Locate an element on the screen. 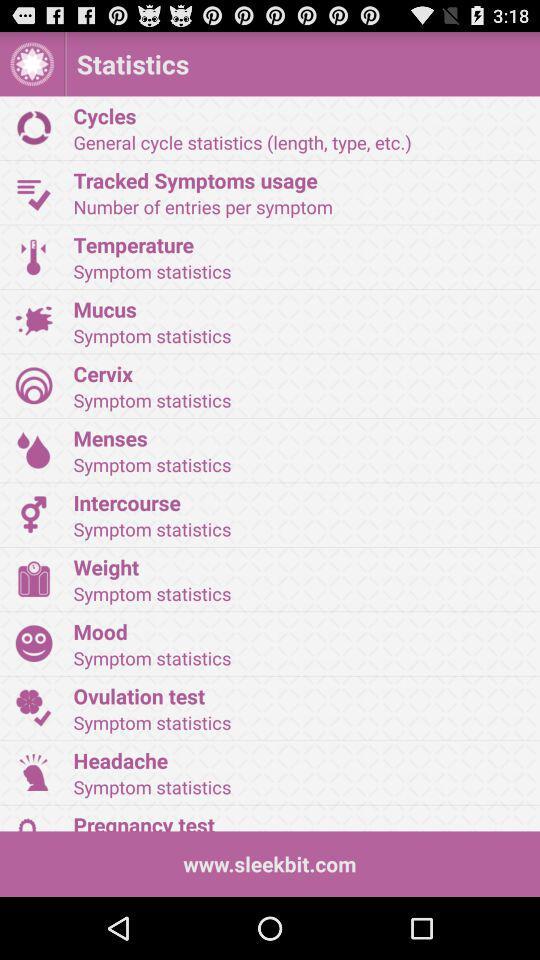 The width and height of the screenshot is (540, 960). icon above symptom statistics icon is located at coordinates (299, 759).